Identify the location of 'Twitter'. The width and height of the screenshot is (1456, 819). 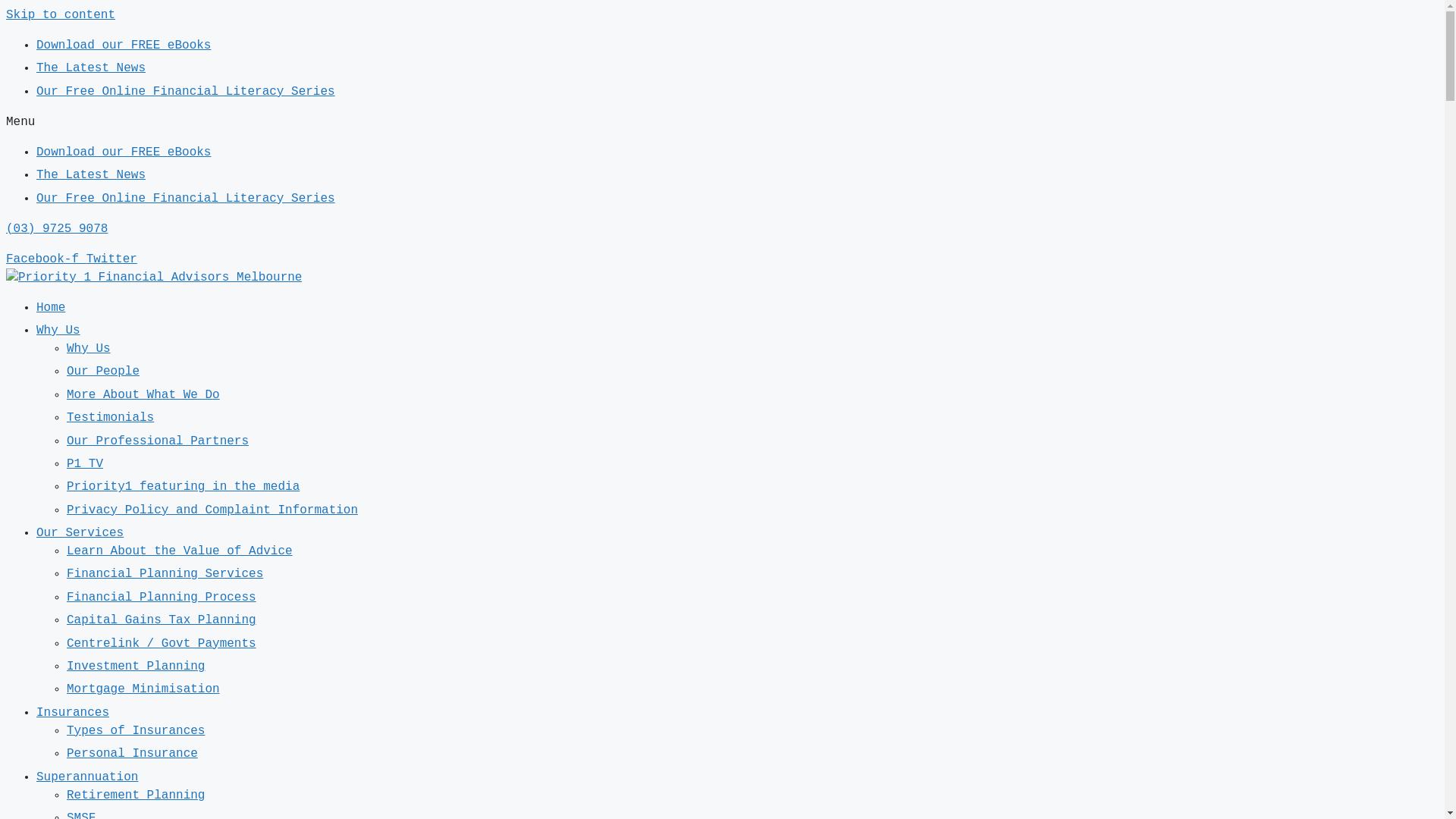
(111, 259).